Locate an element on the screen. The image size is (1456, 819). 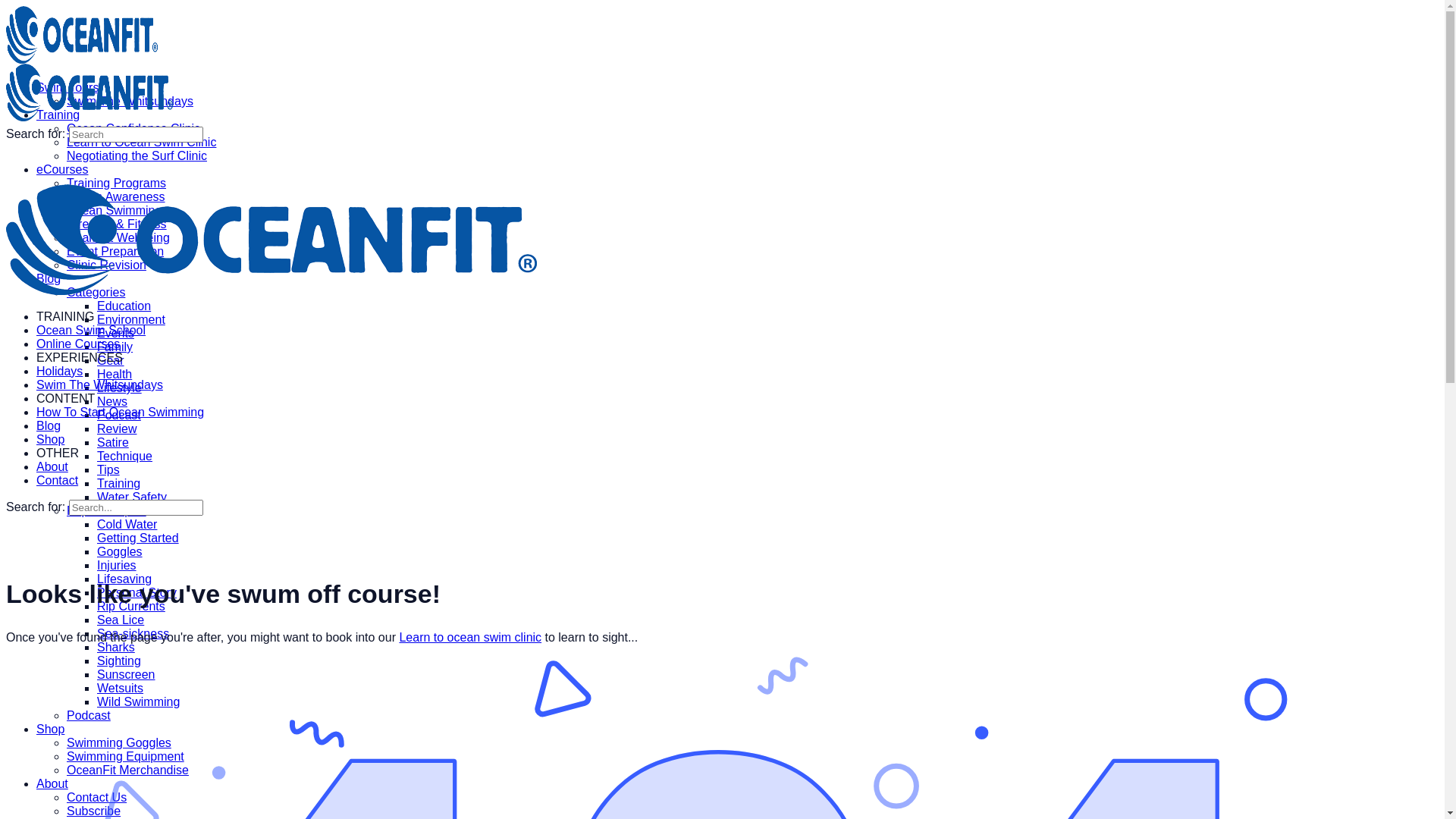
'Online Courses' is located at coordinates (36, 344).